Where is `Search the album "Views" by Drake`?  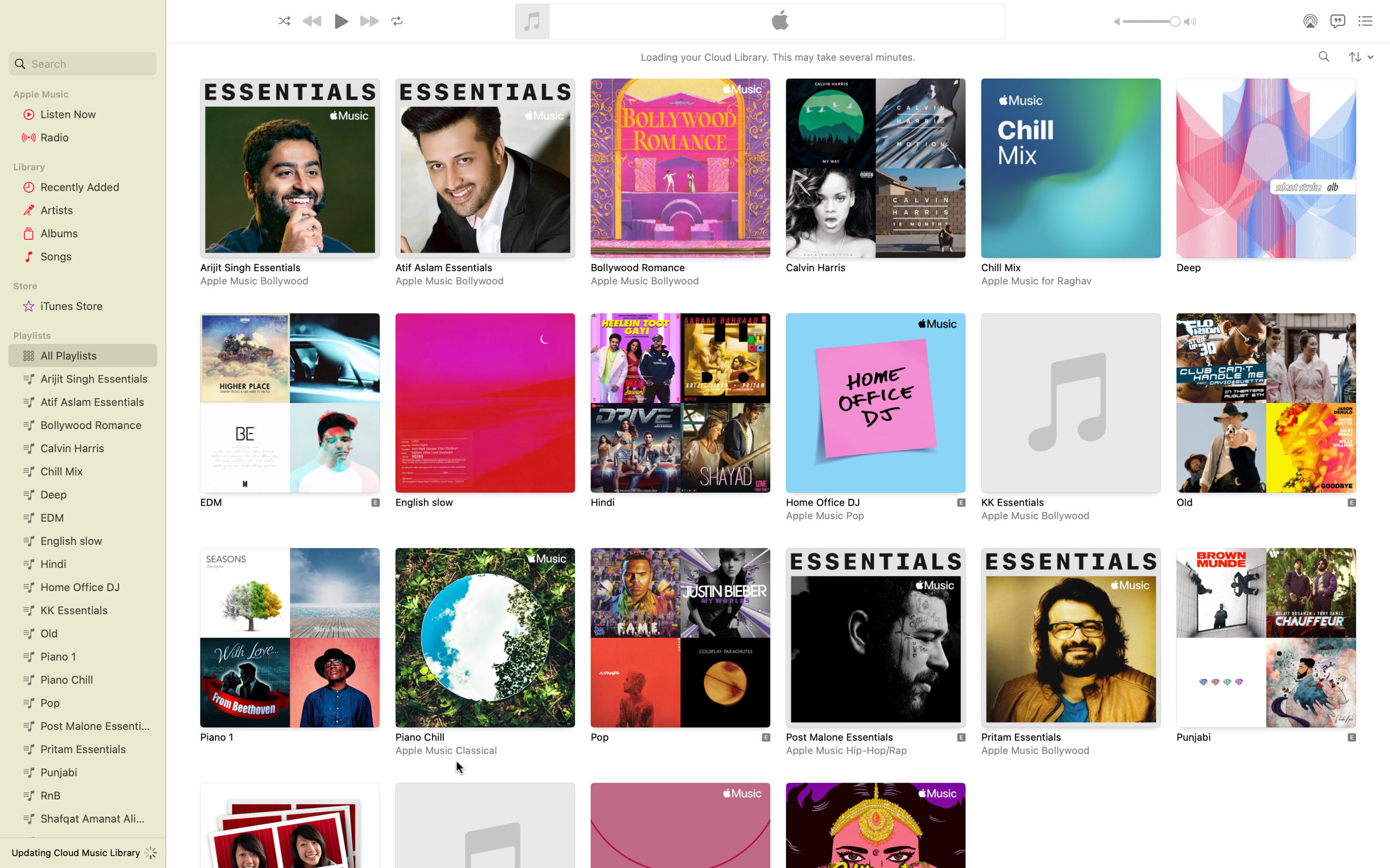 Search the album "Views" by Drake is located at coordinates (1324, 57).